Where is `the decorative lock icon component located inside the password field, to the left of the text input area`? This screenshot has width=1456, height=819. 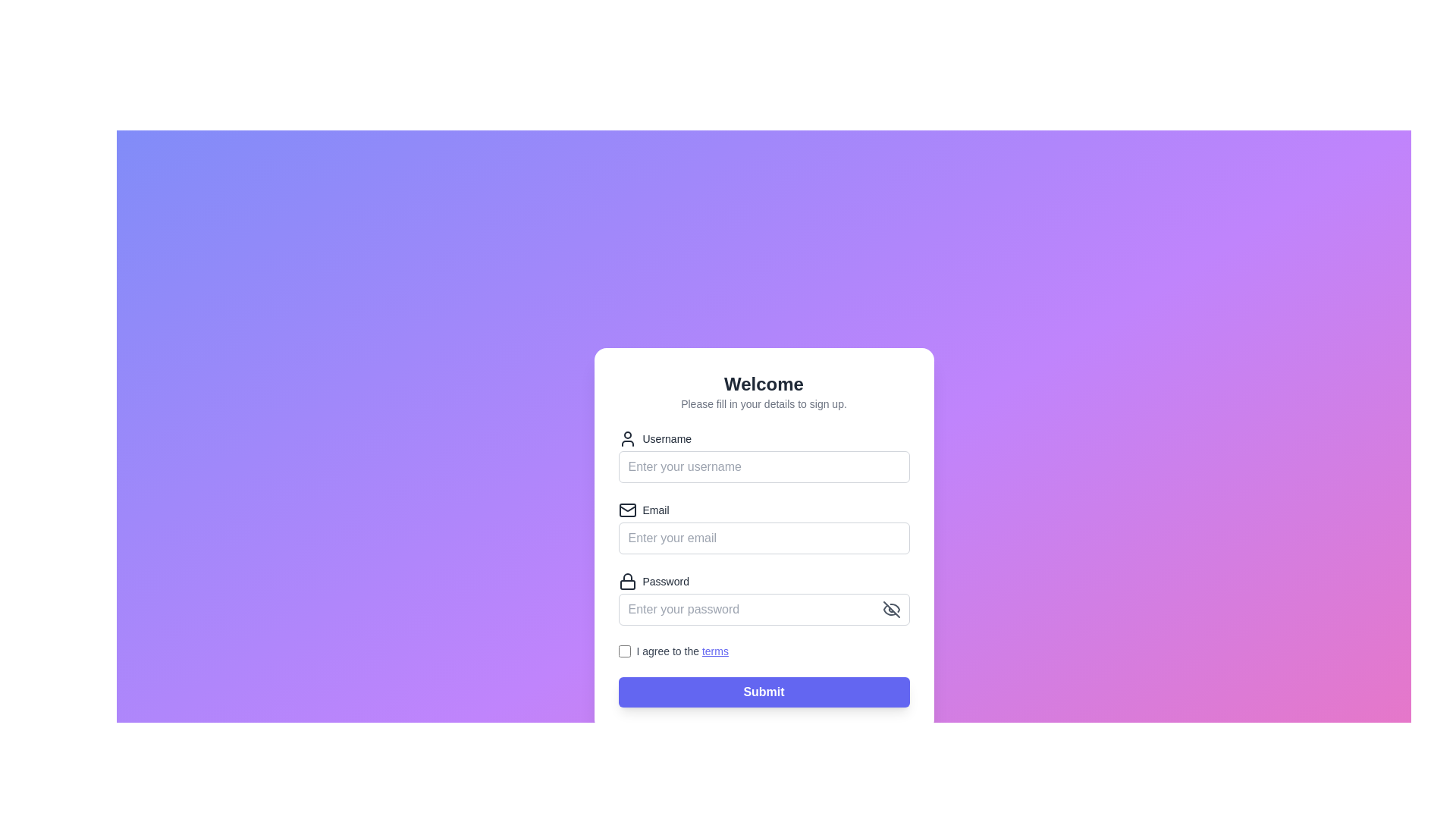 the decorative lock icon component located inside the password field, to the left of the text input area is located at coordinates (627, 584).